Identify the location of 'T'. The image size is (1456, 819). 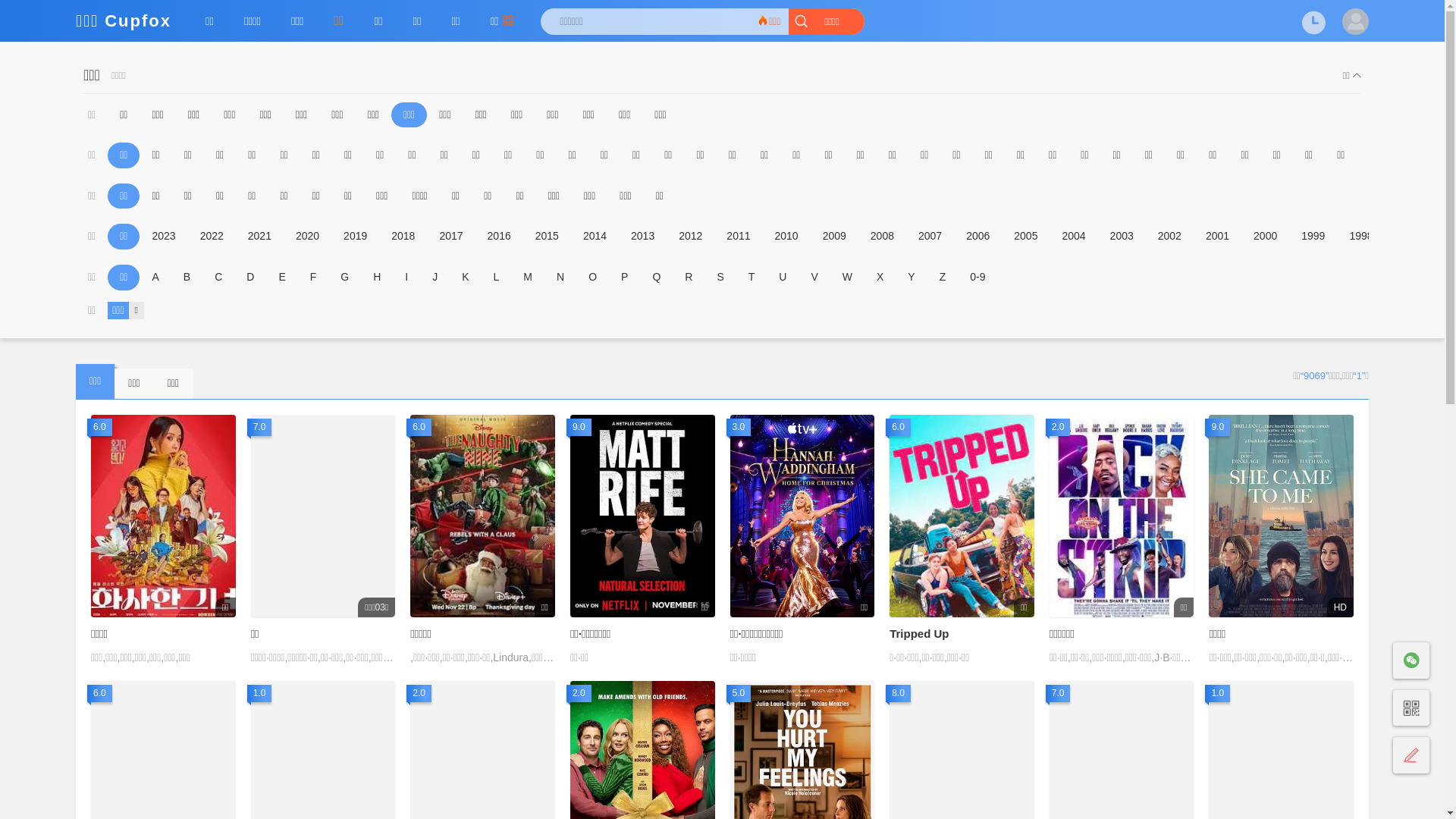
(736, 278).